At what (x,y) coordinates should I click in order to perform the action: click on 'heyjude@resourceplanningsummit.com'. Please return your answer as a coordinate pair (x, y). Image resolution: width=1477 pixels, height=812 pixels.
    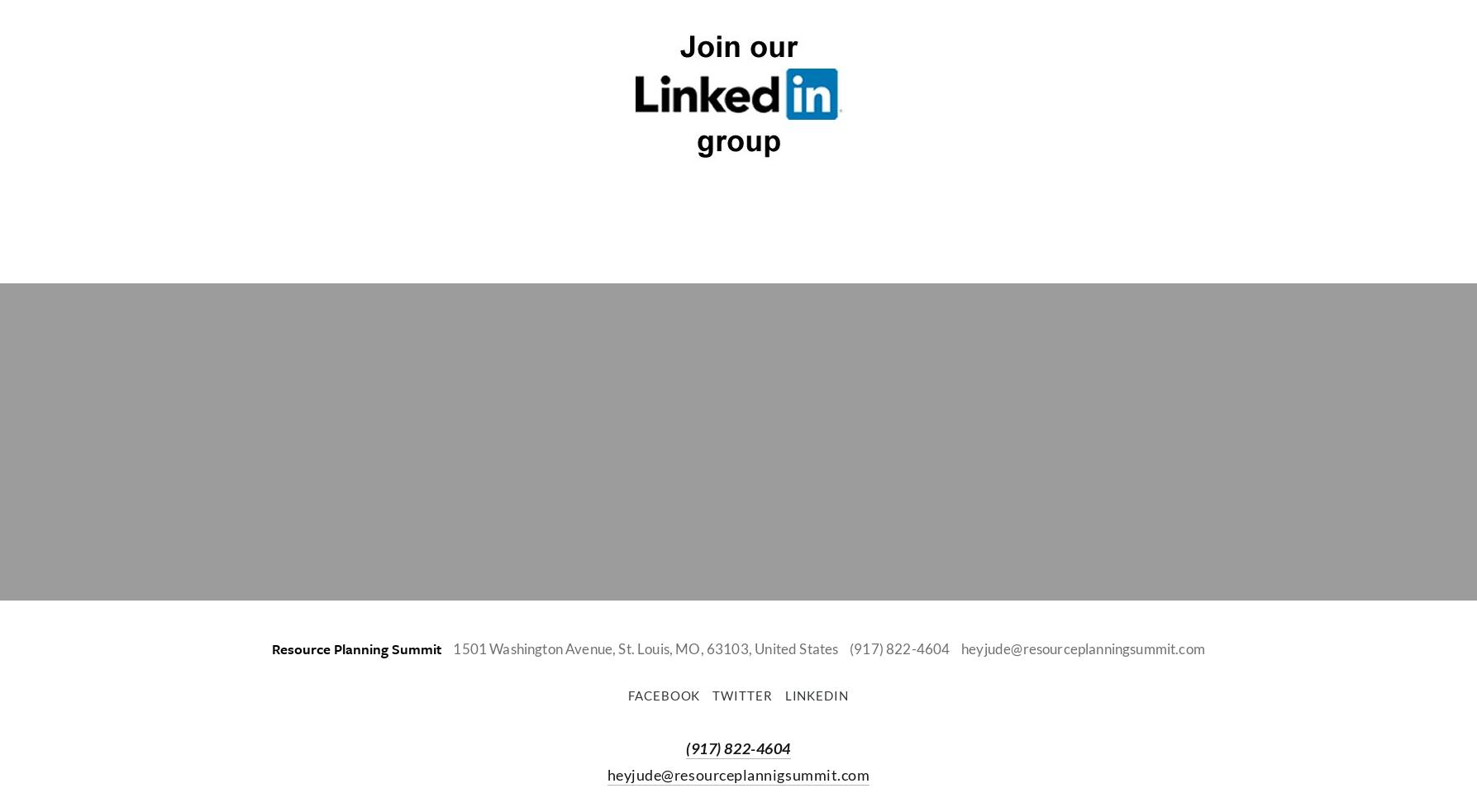
    Looking at the image, I should click on (960, 648).